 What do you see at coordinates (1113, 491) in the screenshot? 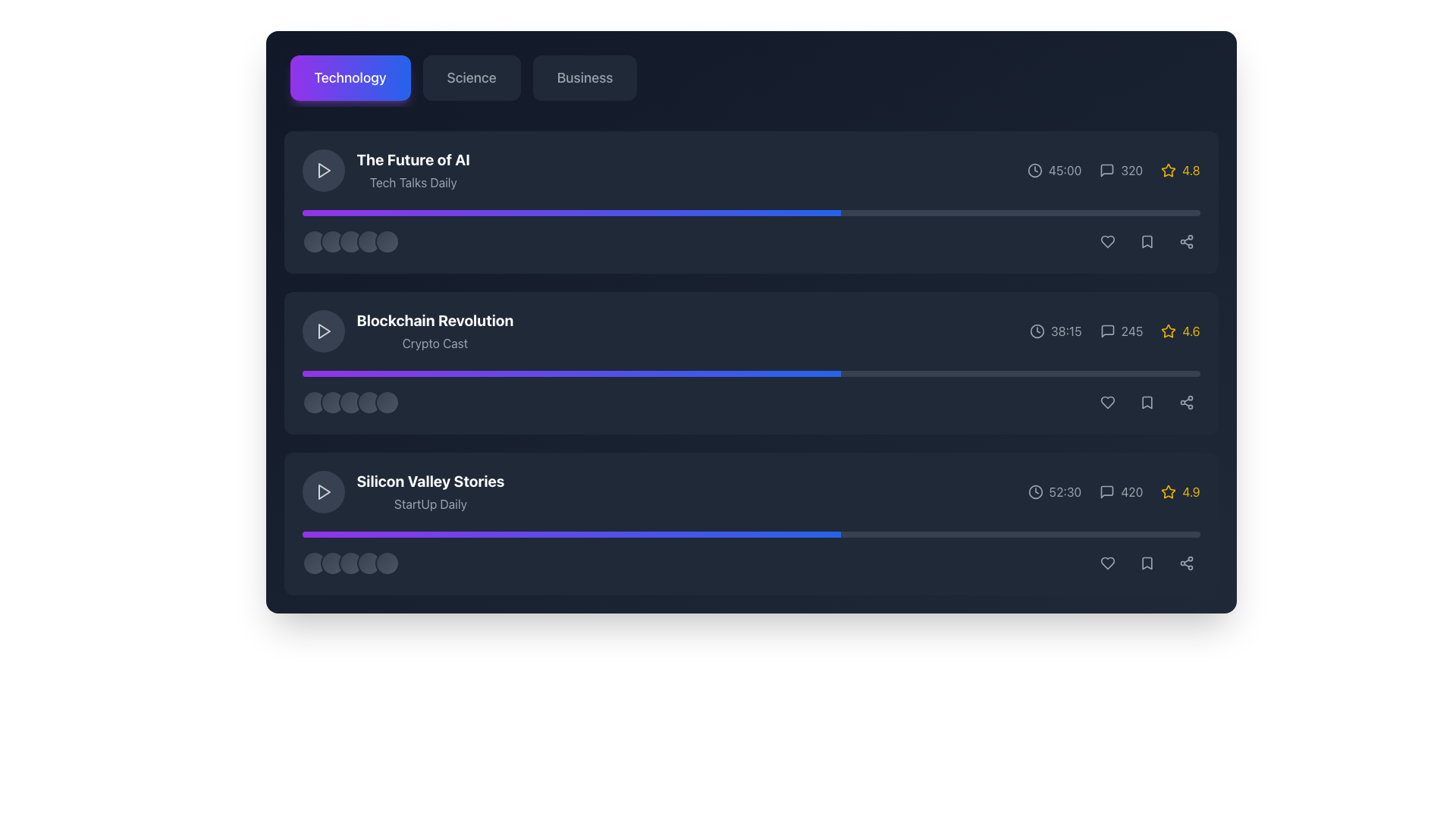
I see `the Information Display Block located in the 'Silicon Valley Stories' section of the Technology category to interact with the individual icons for metadata such as duration, comments, and rating` at bounding box center [1113, 491].